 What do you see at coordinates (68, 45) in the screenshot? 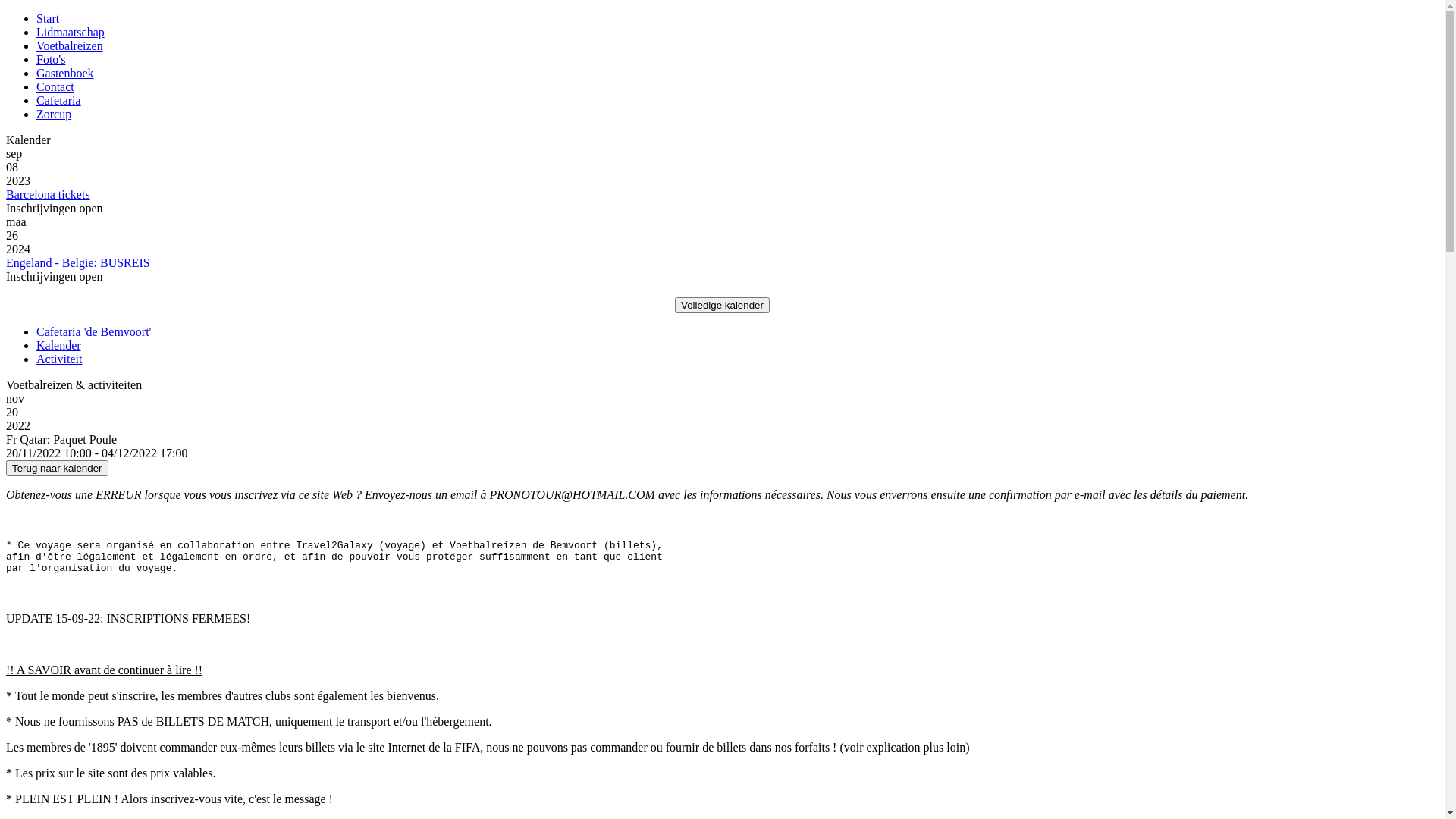
I see `'Voetbalreizen'` at bounding box center [68, 45].